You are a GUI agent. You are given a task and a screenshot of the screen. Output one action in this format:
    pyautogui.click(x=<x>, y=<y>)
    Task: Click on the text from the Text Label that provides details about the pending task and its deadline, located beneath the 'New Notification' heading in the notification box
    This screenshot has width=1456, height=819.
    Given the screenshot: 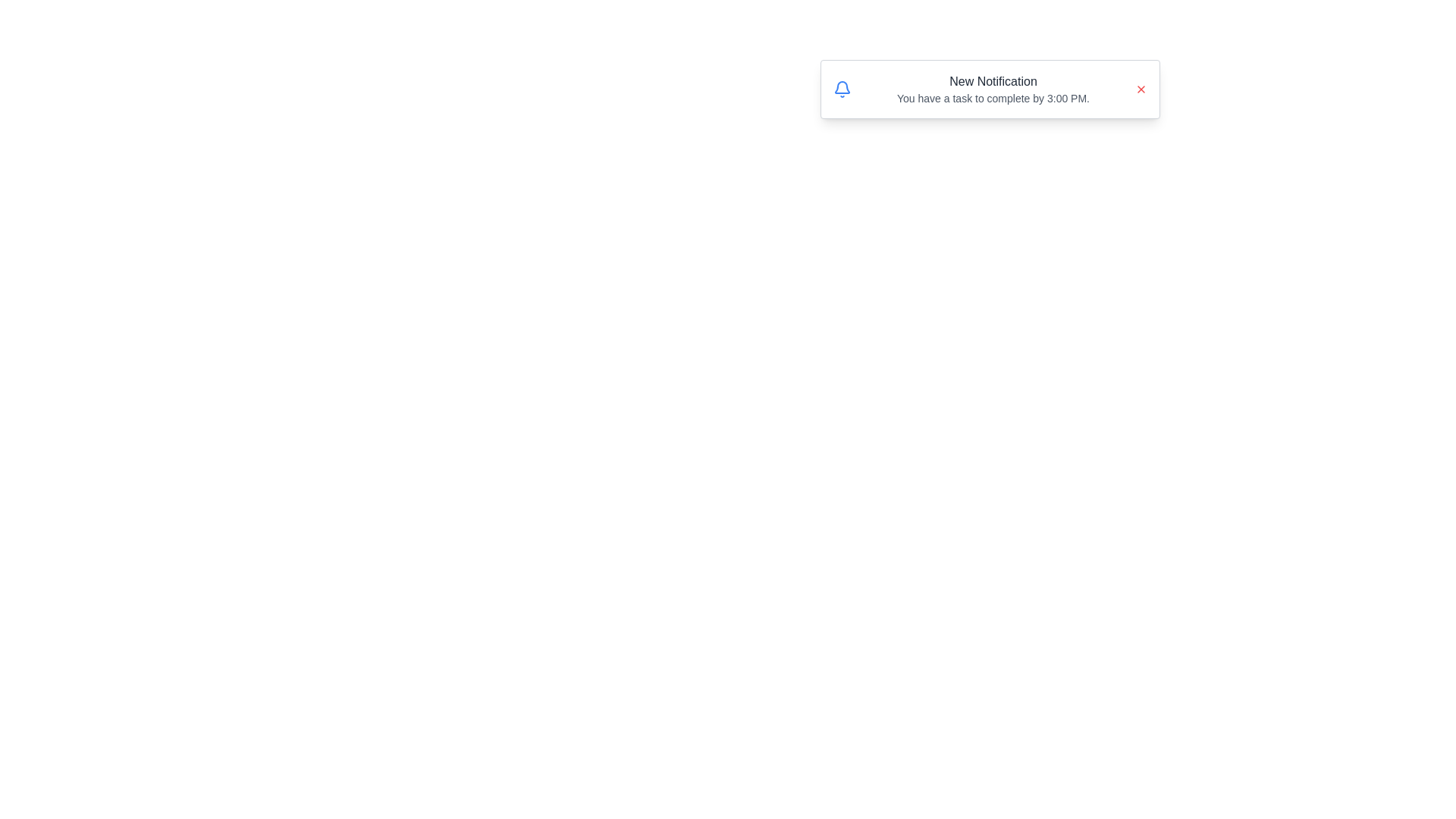 What is the action you would take?
    pyautogui.click(x=993, y=99)
    